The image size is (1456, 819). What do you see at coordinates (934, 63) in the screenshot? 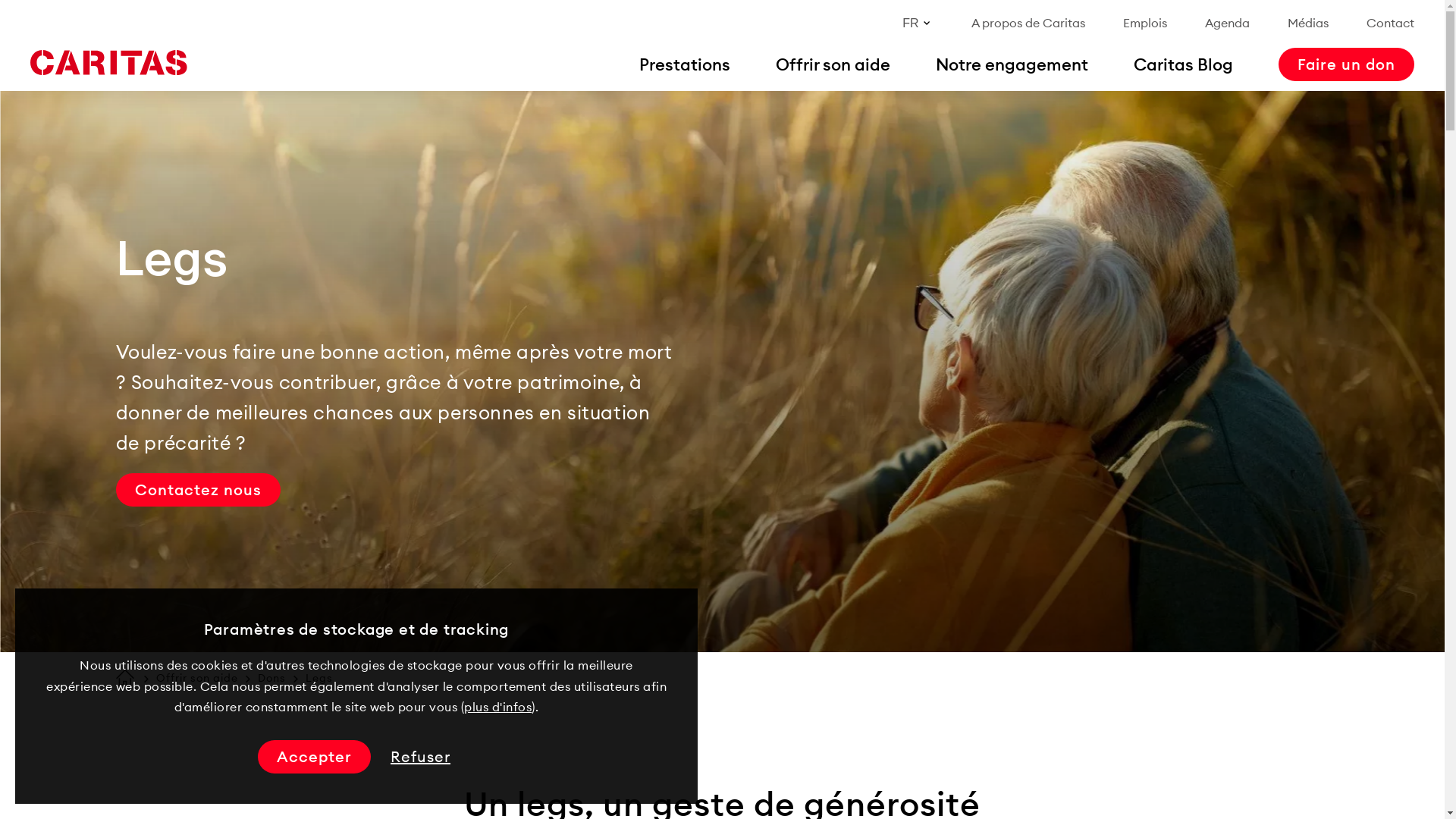
I see `'Notre engagement'` at bounding box center [934, 63].